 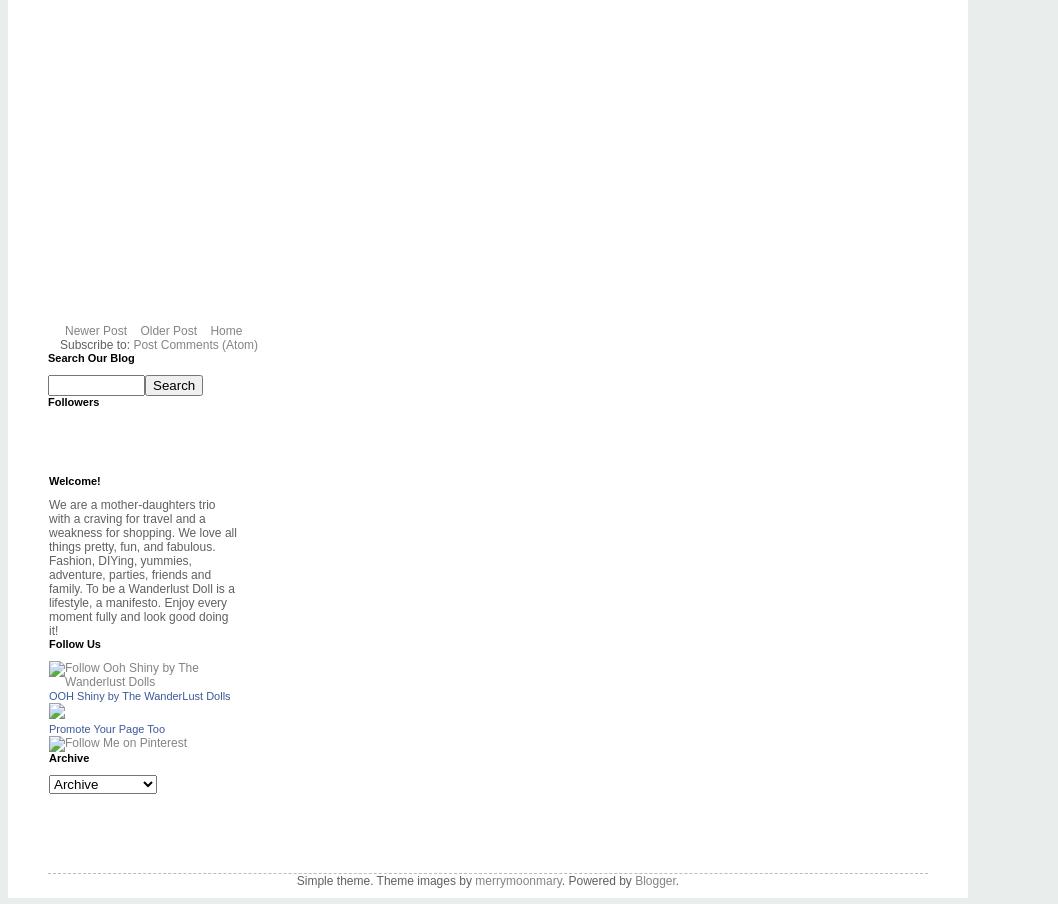 I want to click on 'Blogger', so click(x=654, y=880).